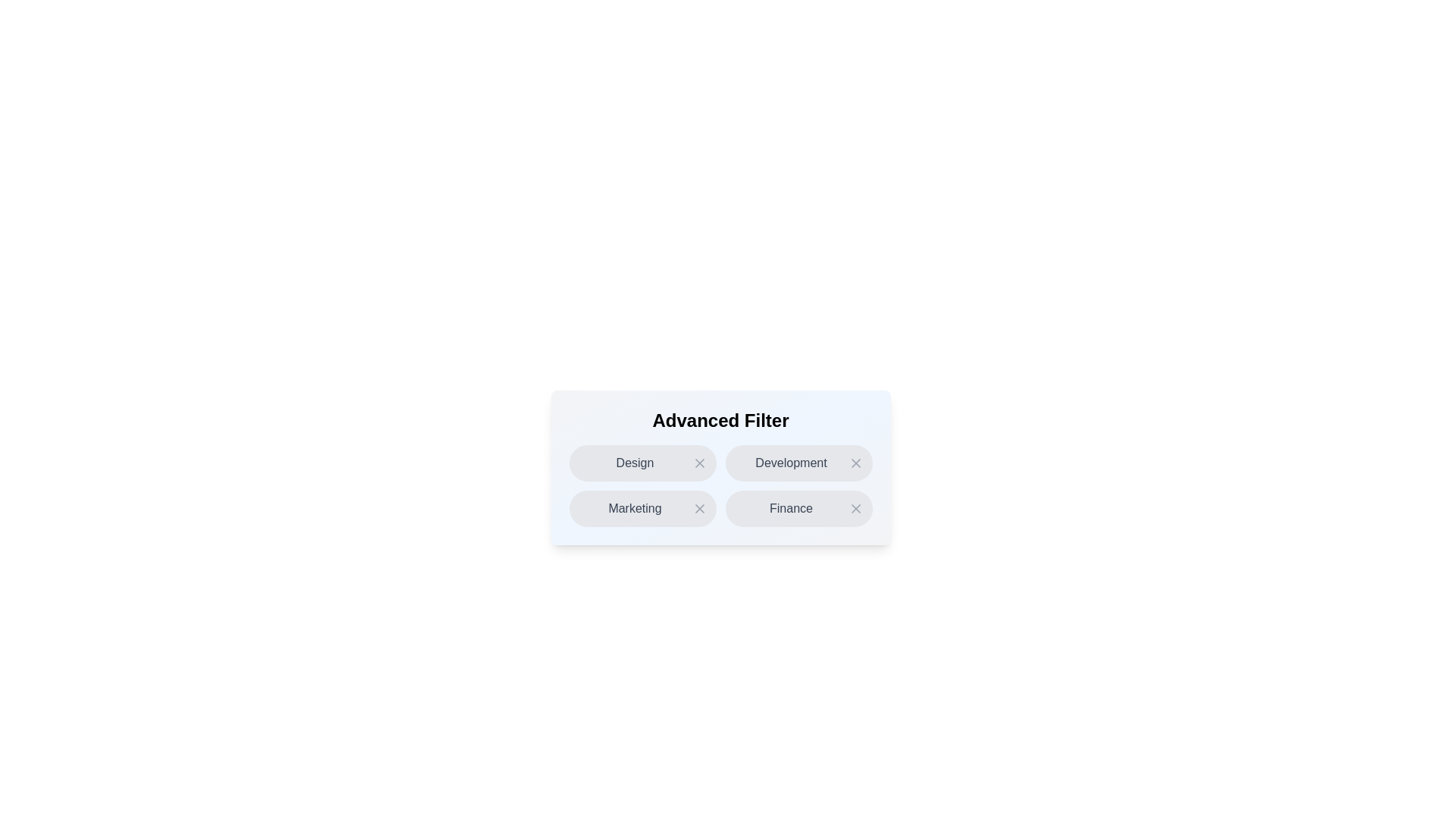 The height and width of the screenshot is (819, 1456). I want to click on the chip labeled Design, so click(642, 462).